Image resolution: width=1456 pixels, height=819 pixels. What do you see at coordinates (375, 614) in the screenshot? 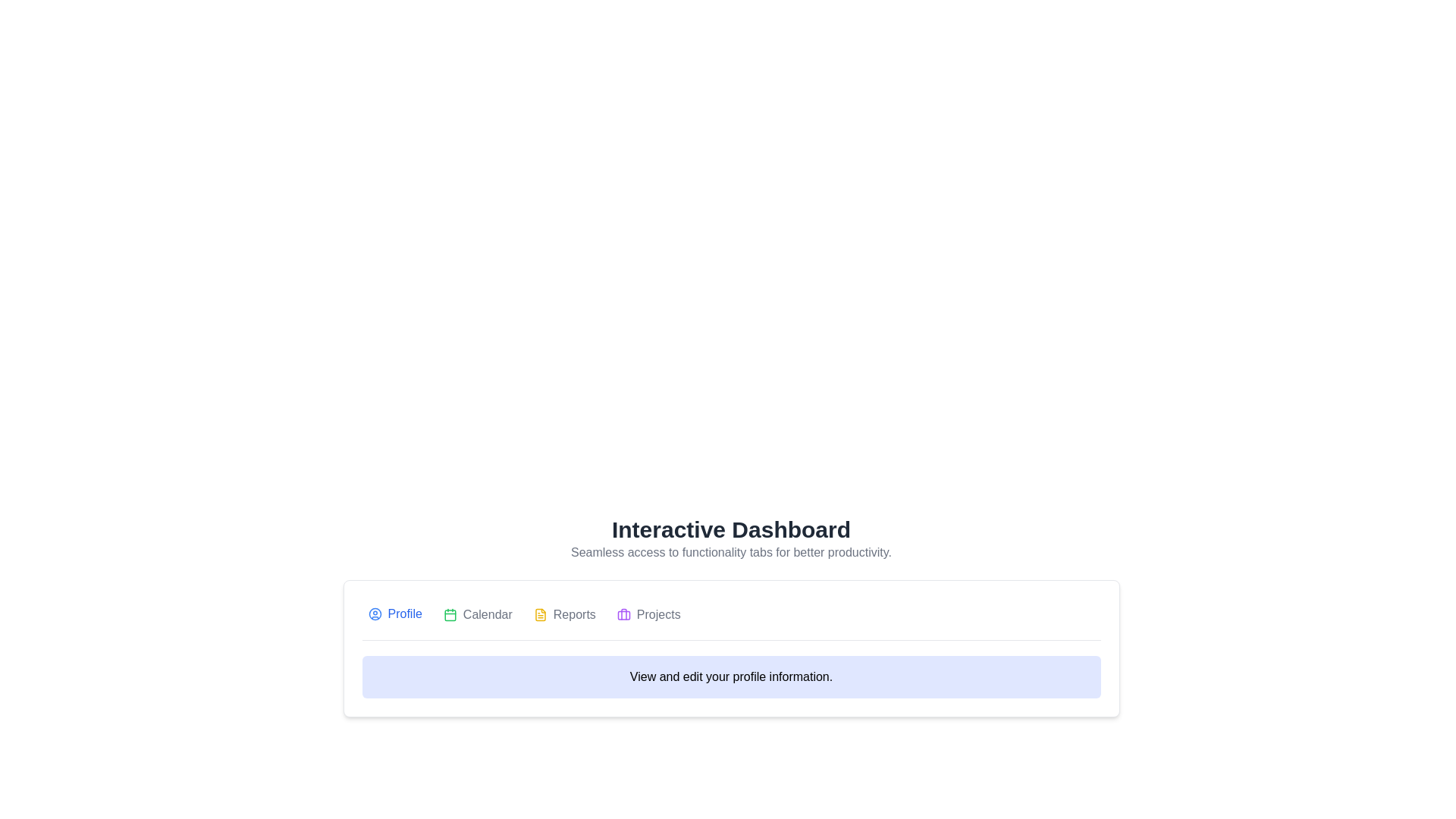
I see `the user profile icon located in the top-left corner of the horizontal menu navigation bar that contains links such as 'Profile' and 'Calendar'` at bounding box center [375, 614].